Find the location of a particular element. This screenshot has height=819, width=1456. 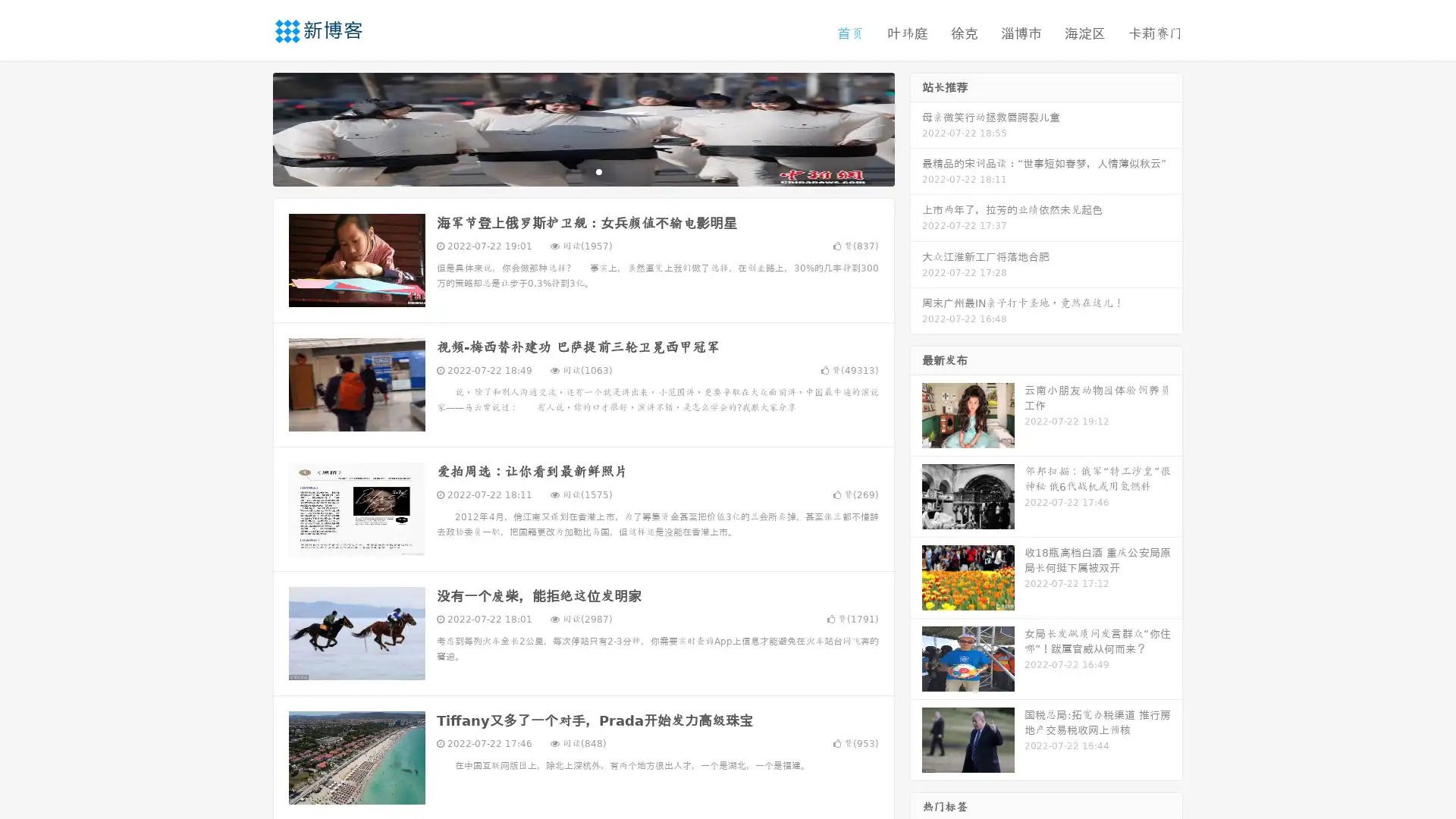

Go to slide 3 is located at coordinates (598, 171).